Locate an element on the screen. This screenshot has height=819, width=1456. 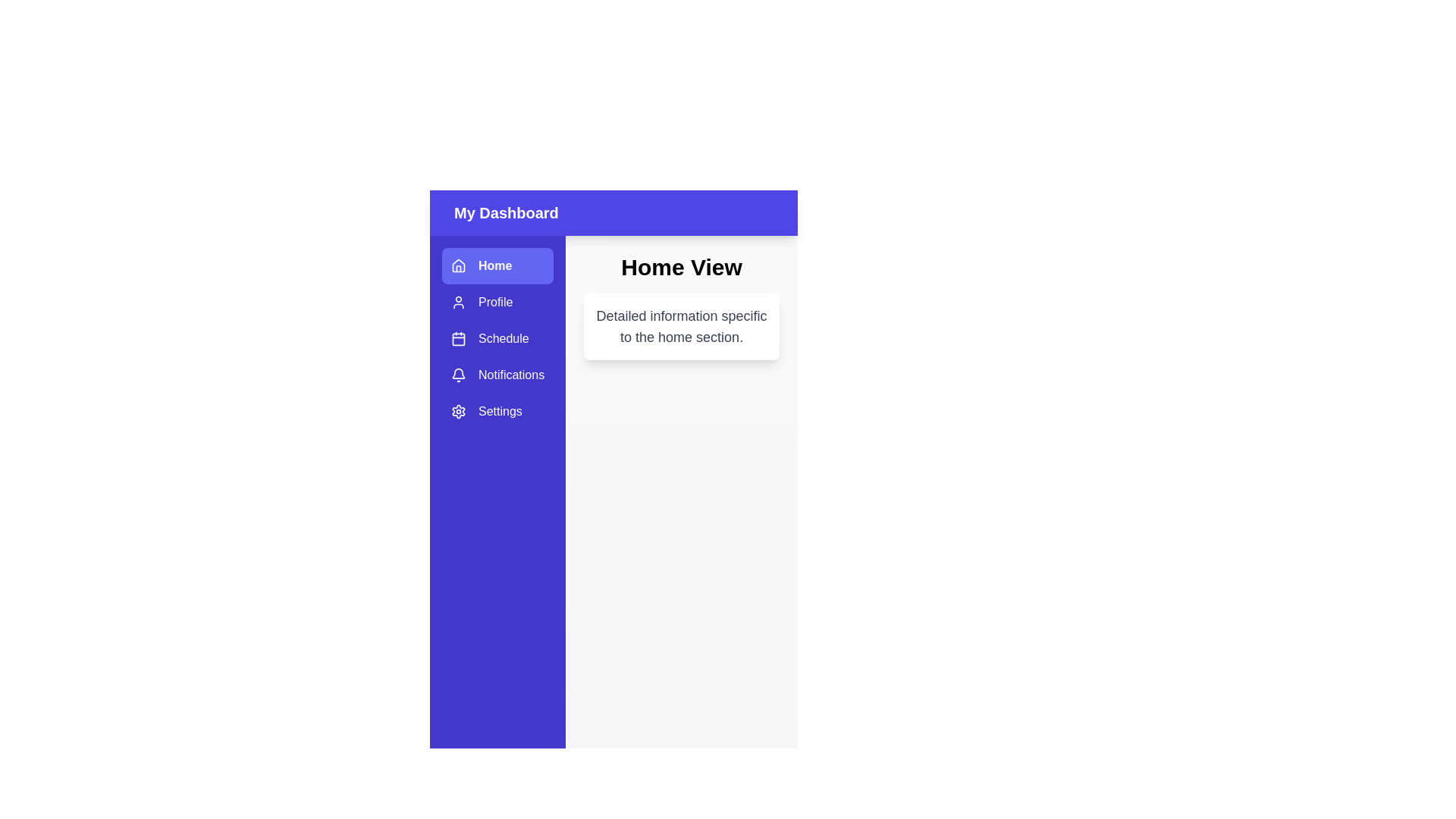
the sidebar item labeled Settings to reveal its tooltip or highlight is located at coordinates (497, 412).